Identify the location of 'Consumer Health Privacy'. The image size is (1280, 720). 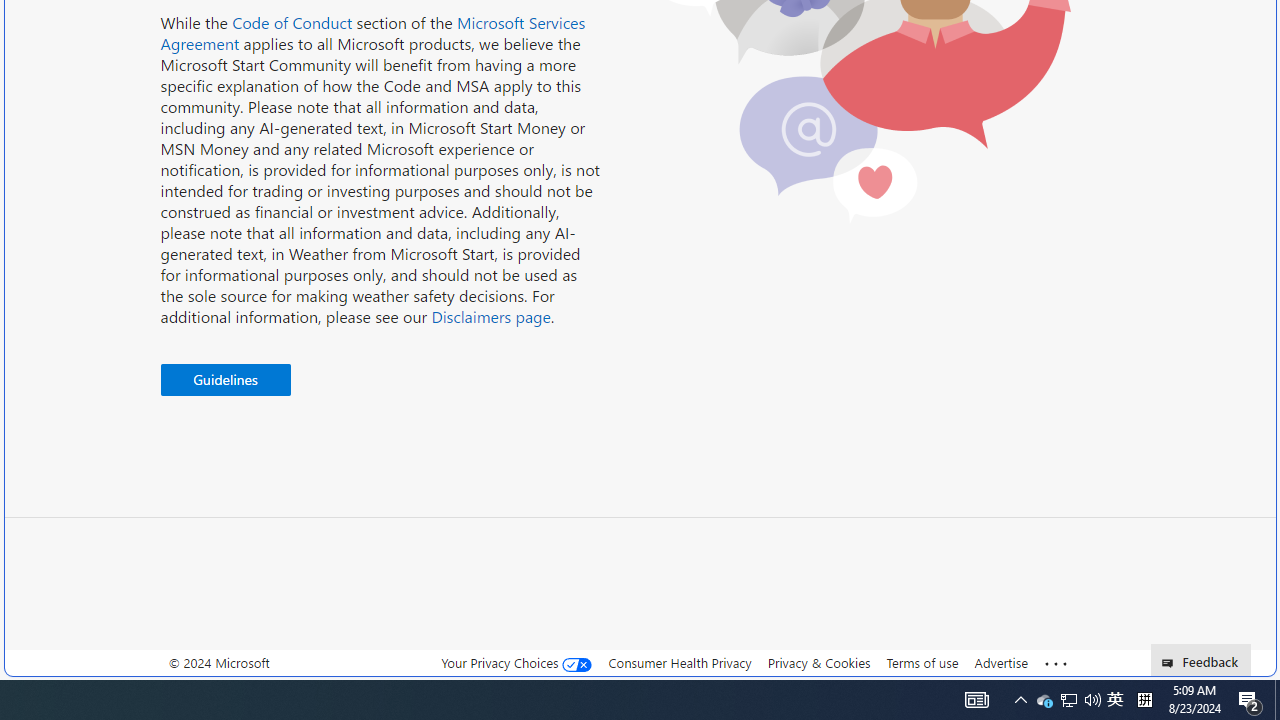
(680, 662).